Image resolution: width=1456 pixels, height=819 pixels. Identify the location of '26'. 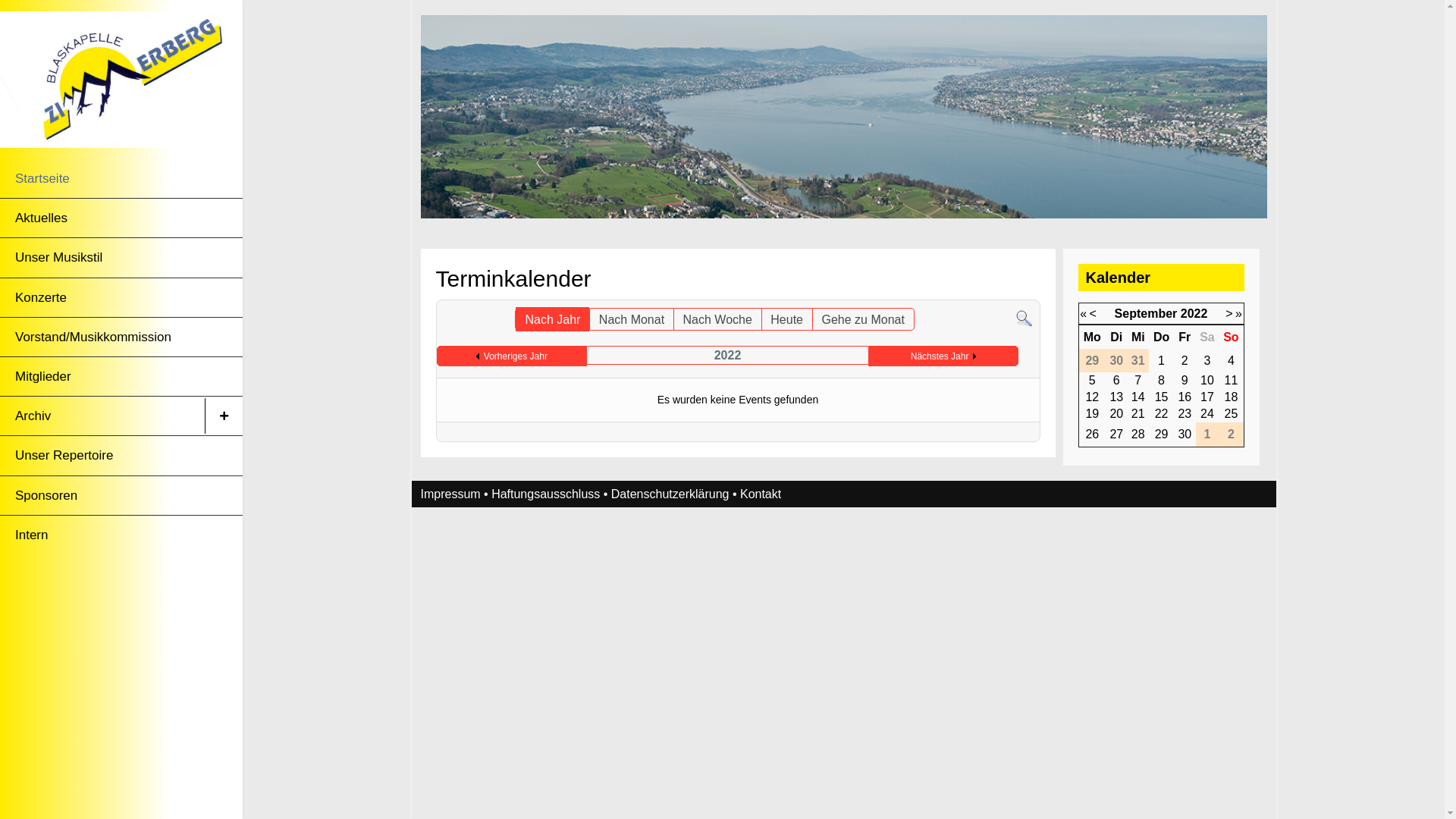
(1092, 434).